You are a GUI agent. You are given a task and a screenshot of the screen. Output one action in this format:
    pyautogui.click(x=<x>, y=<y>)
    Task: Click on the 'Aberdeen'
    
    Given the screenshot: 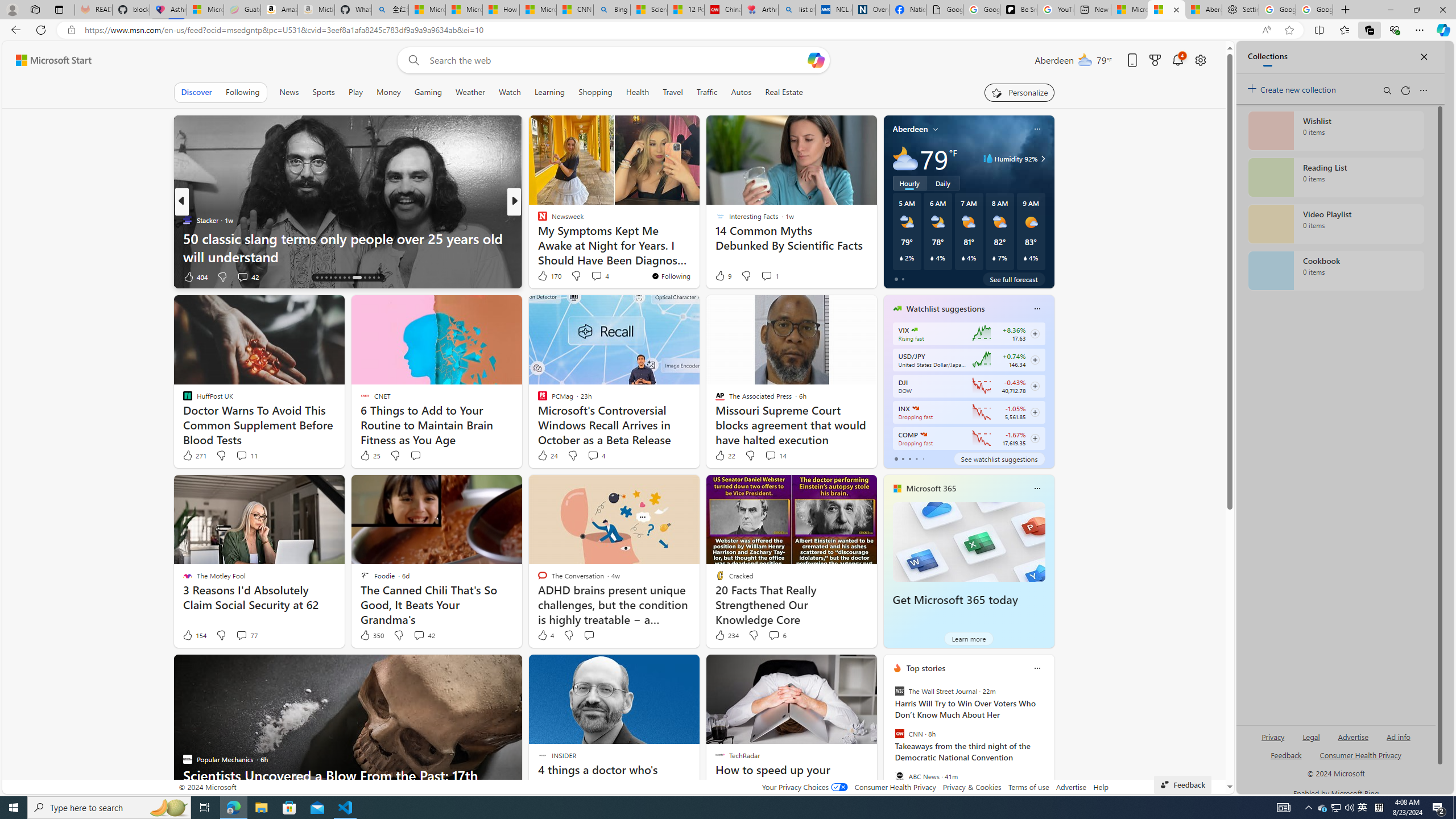 What is the action you would take?
    pyautogui.click(x=911, y=128)
    